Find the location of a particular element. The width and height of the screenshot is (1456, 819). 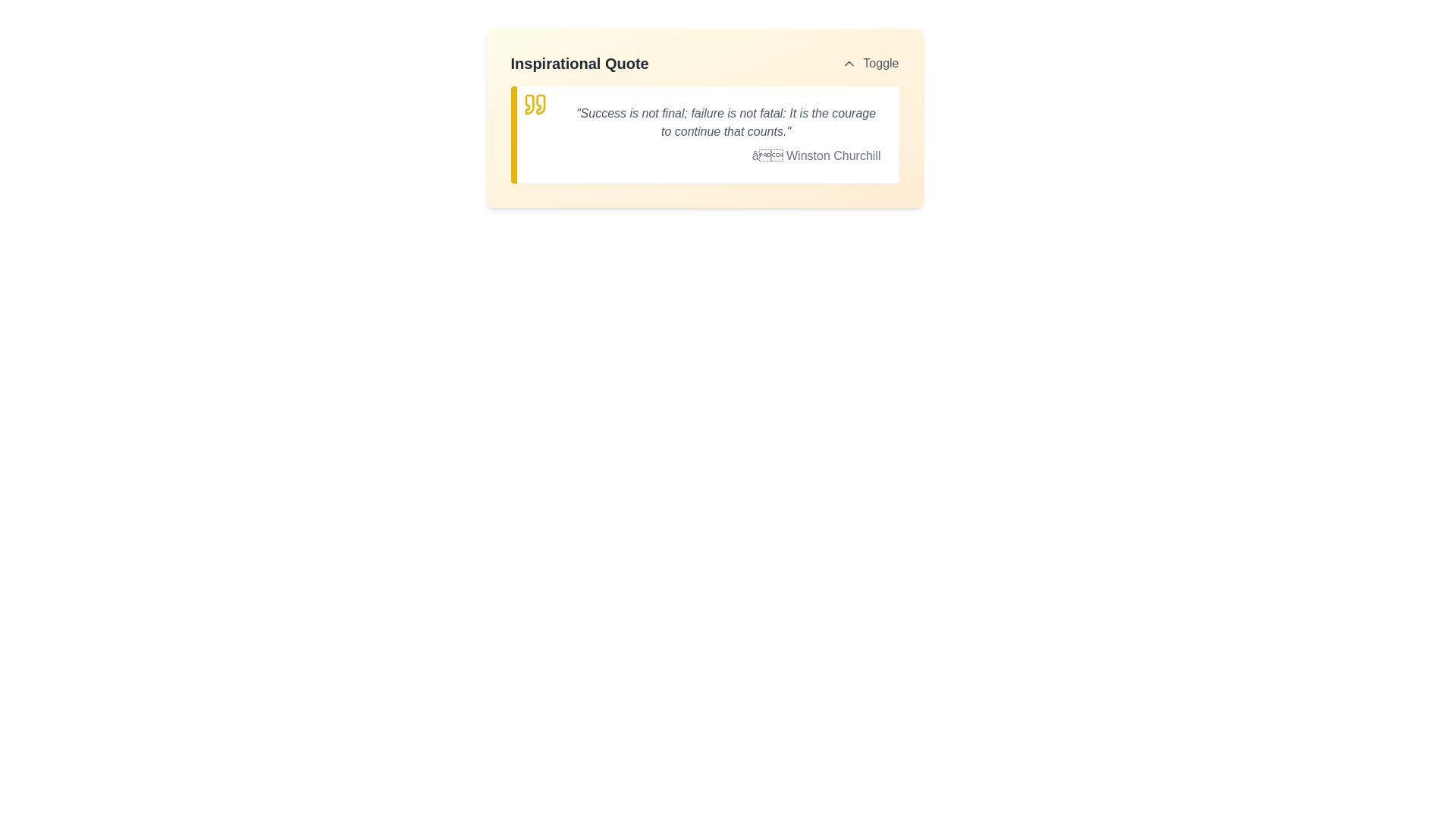

the Chevron Up icon located to the left of the 'Toggle' label in the upper-right corner of the panel is located at coordinates (849, 63).